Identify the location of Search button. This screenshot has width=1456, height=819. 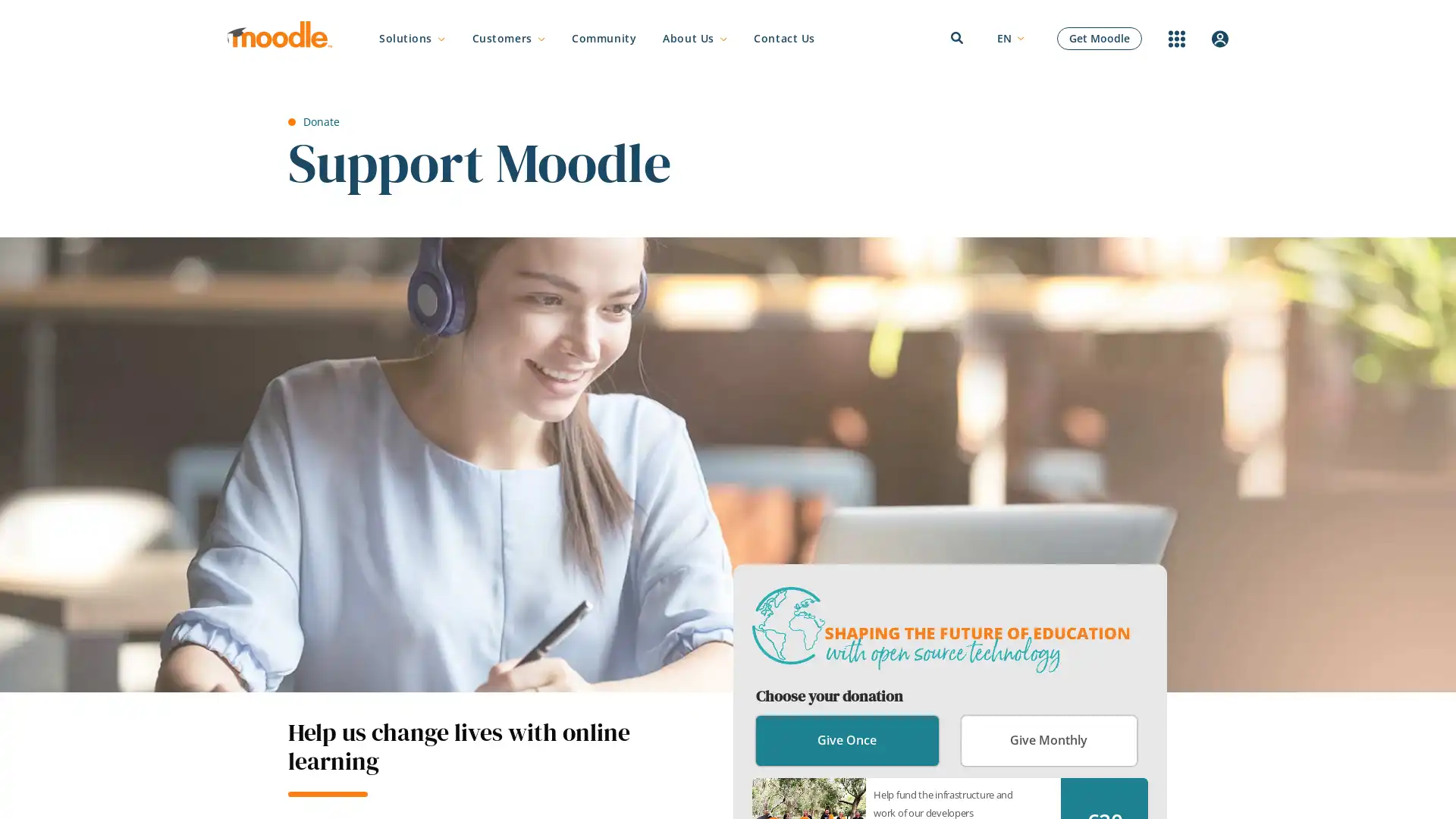
(1055, 412).